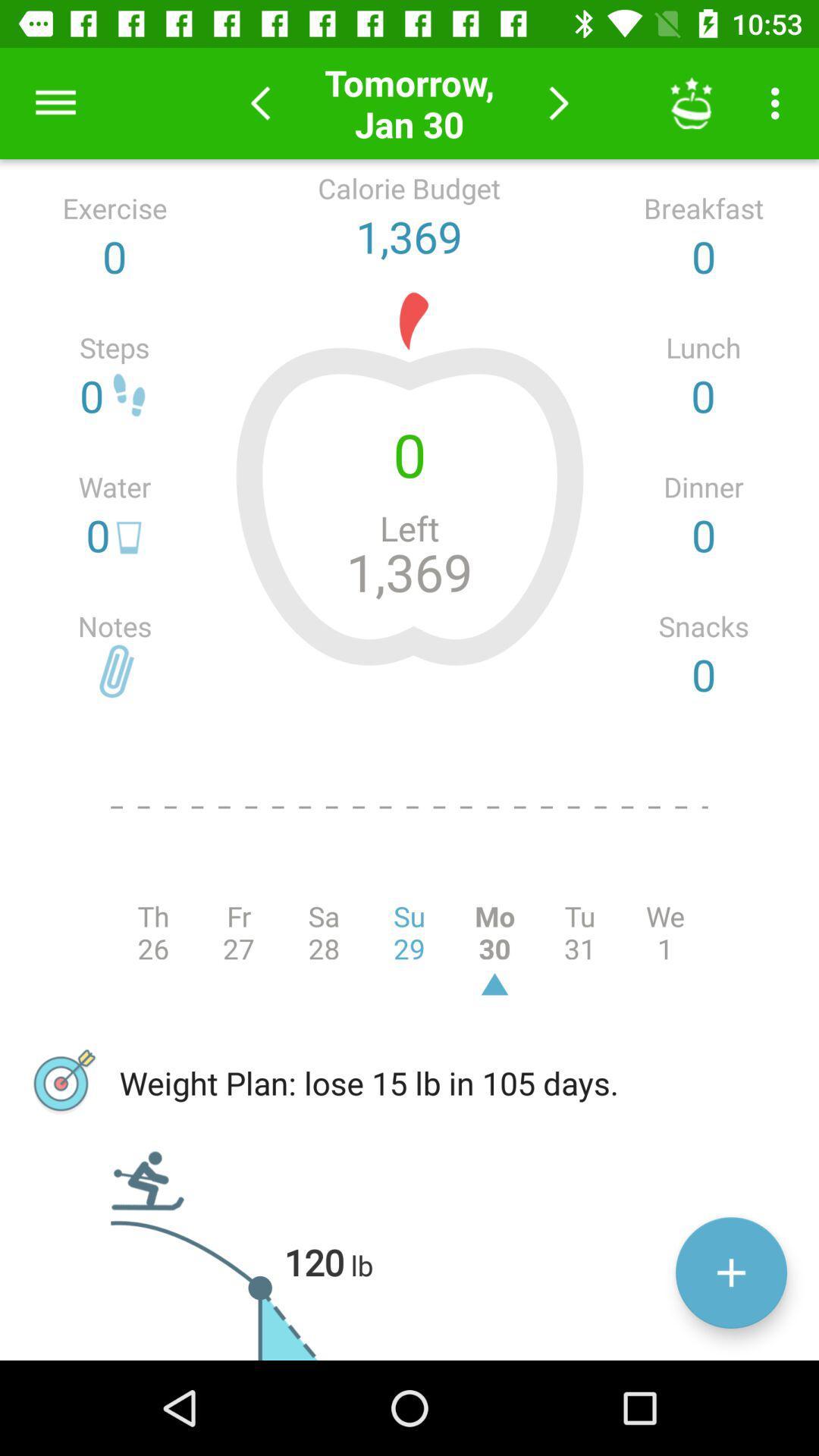  I want to click on next day, so click(559, 102).